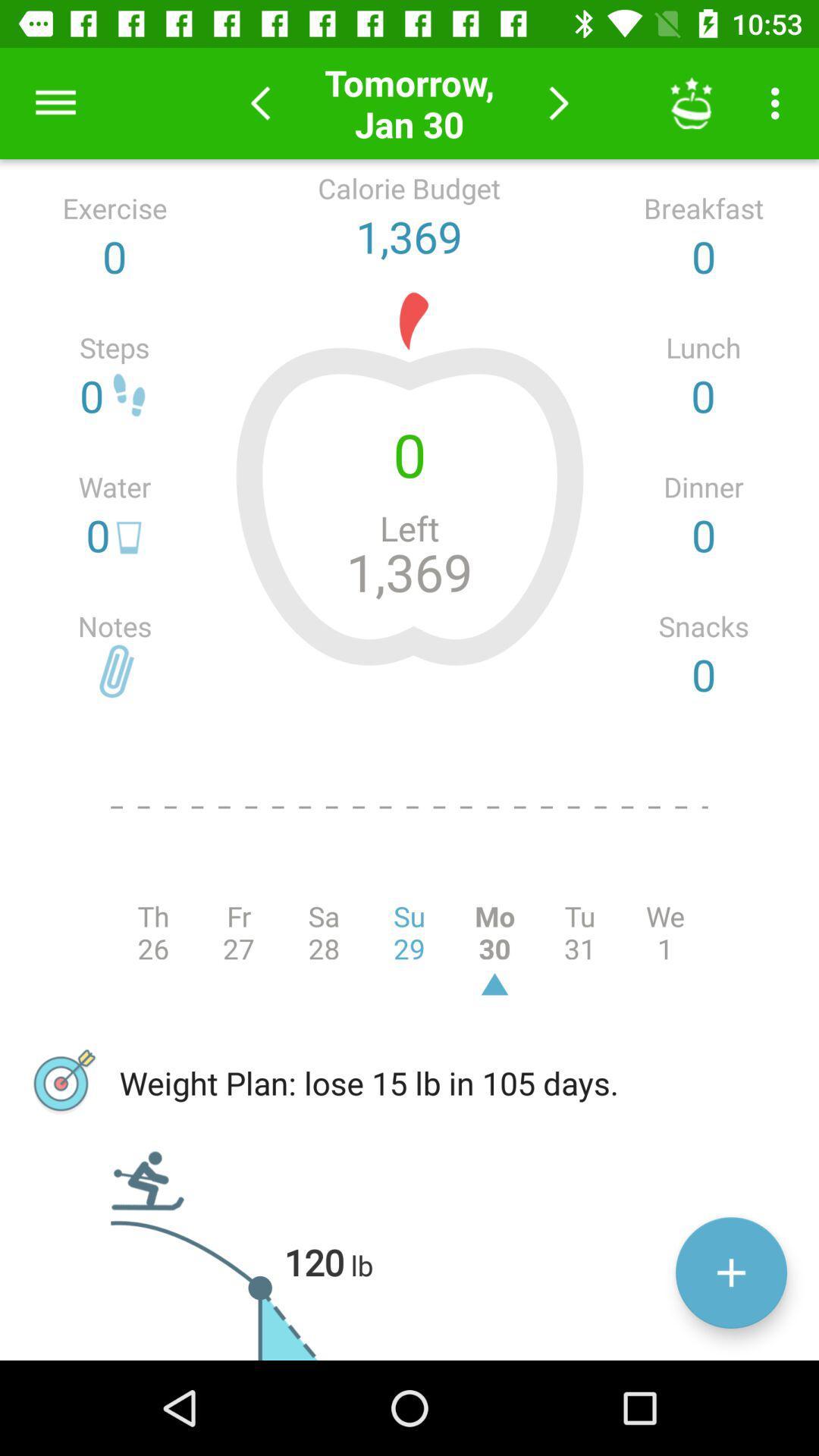  I want to click on next day, so click(559, 102).